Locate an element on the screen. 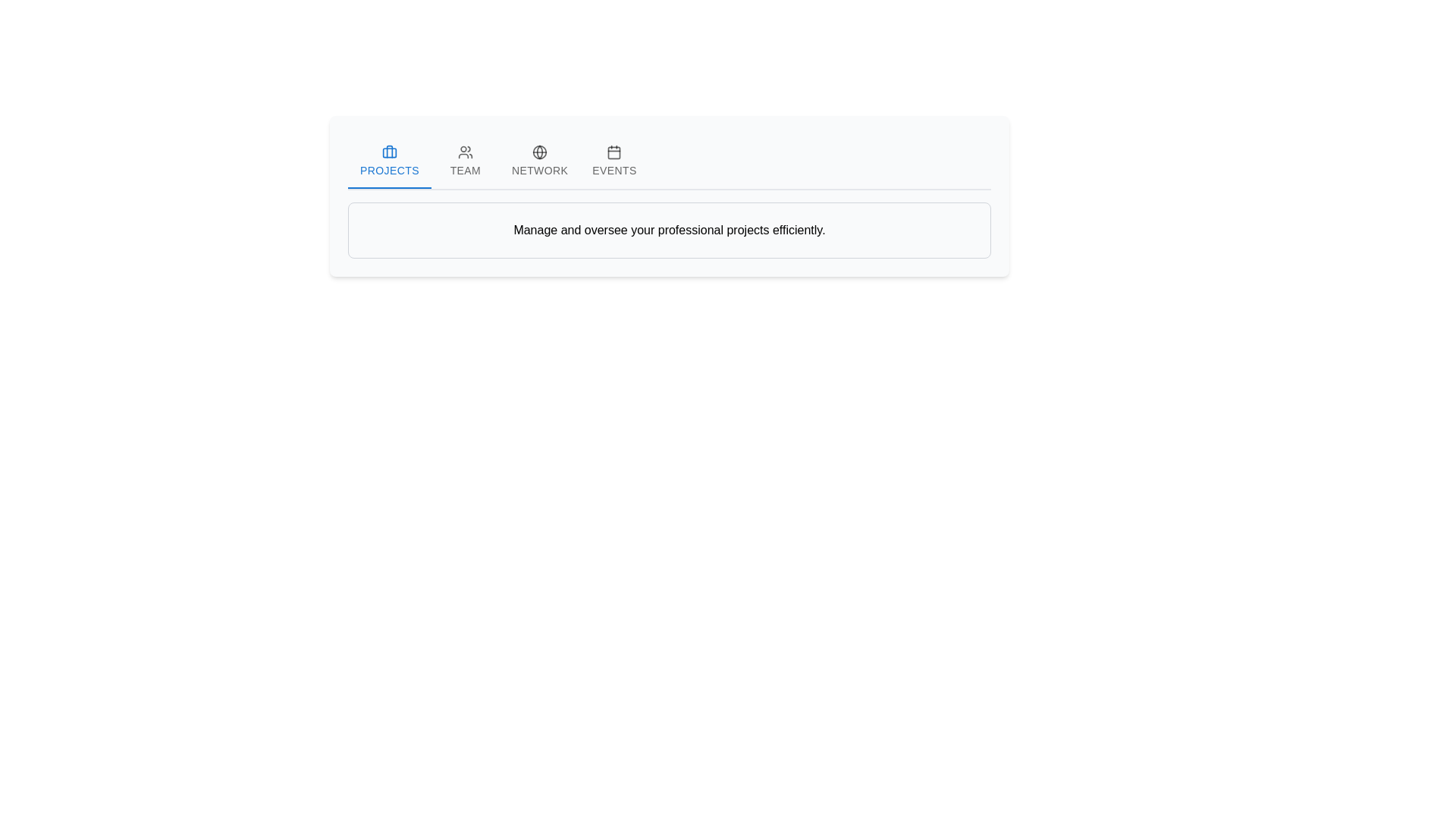 The image size is (1456, 819). the circle icon representing the network globe in the third tab labeled 'NETWORK' is located at coordinates (540, 152).